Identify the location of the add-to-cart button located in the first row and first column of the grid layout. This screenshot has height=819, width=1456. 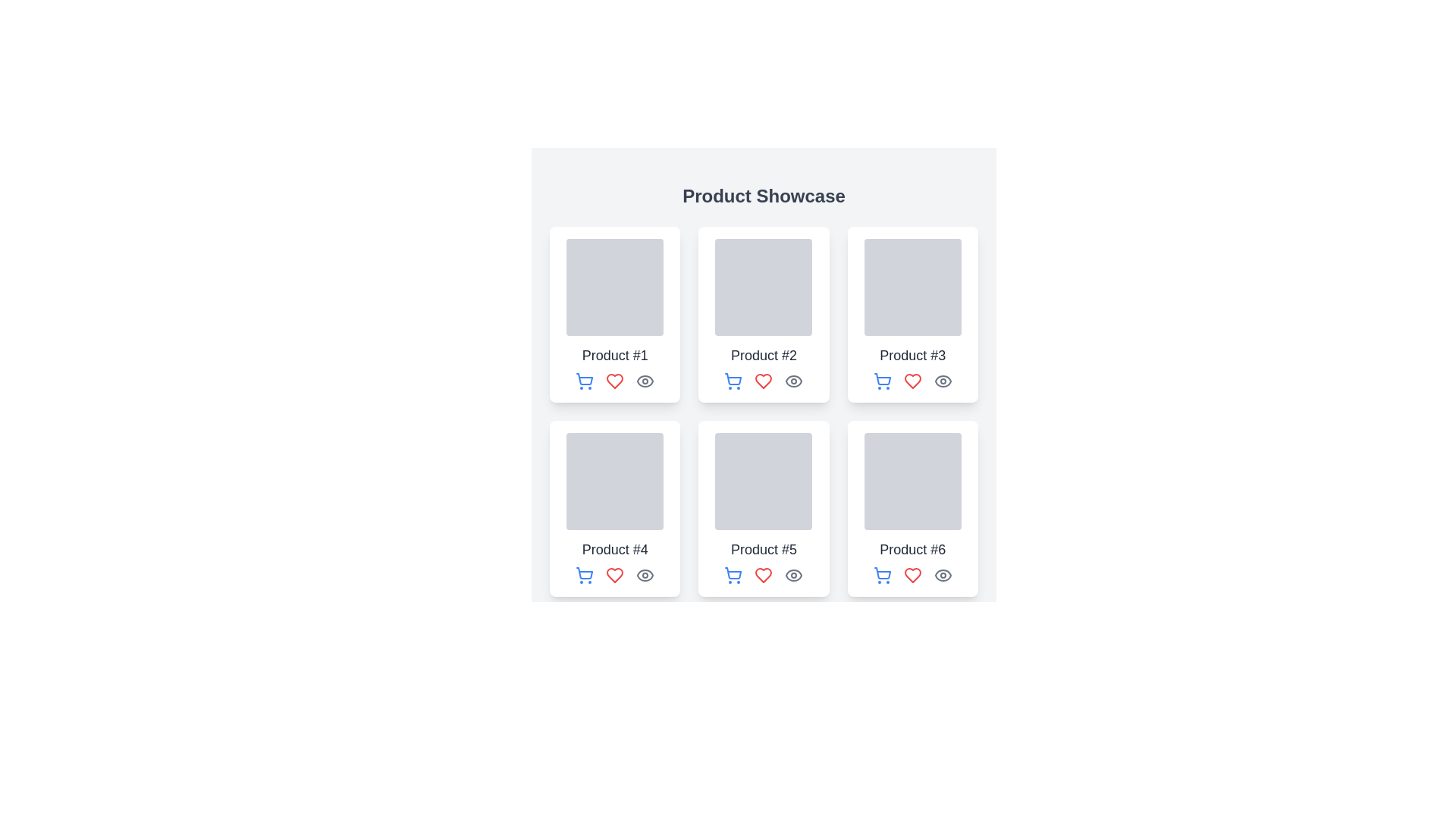
(584, 380).